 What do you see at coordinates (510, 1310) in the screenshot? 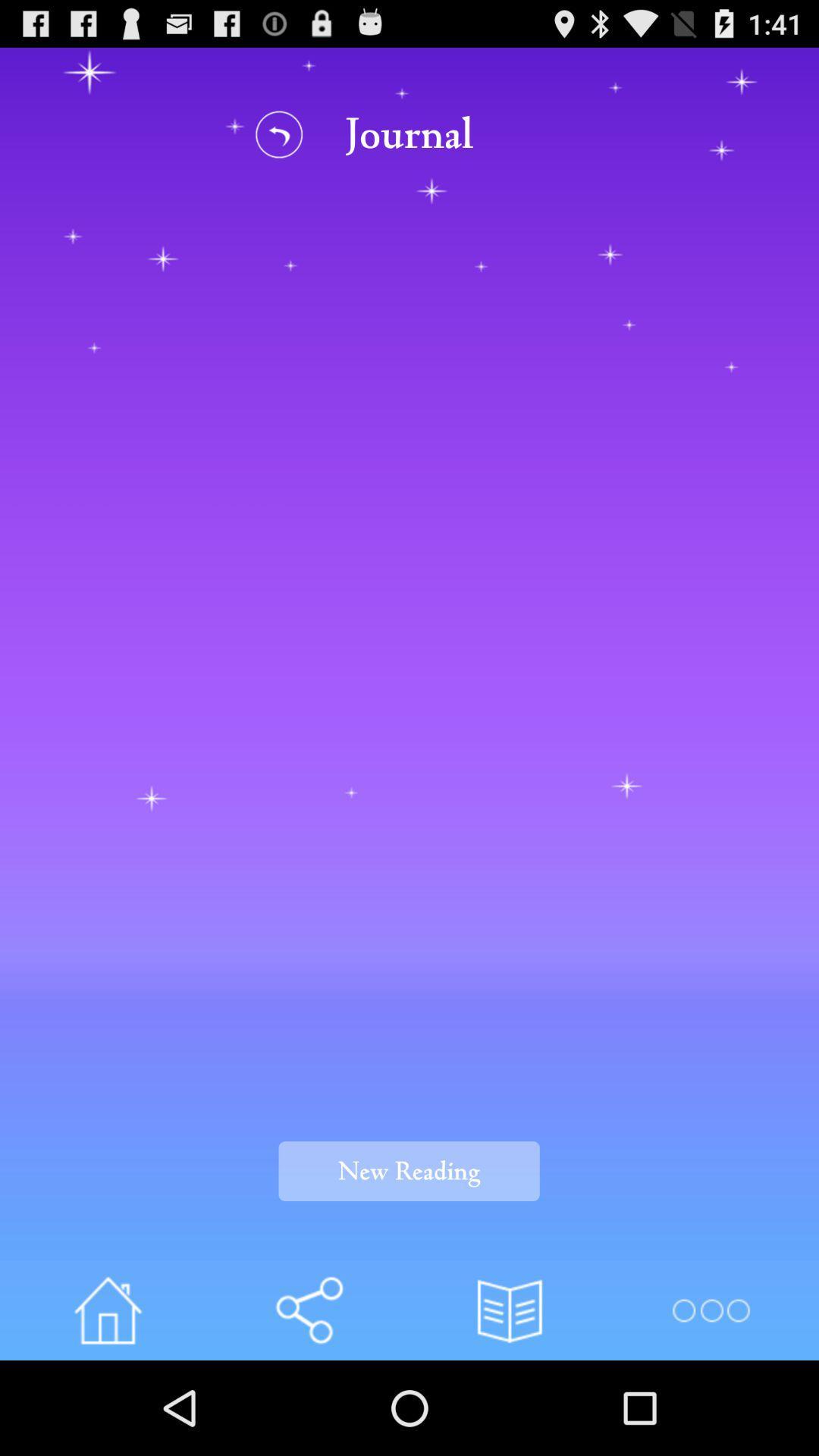
I see `journals` at bounding box center [510, 1310].